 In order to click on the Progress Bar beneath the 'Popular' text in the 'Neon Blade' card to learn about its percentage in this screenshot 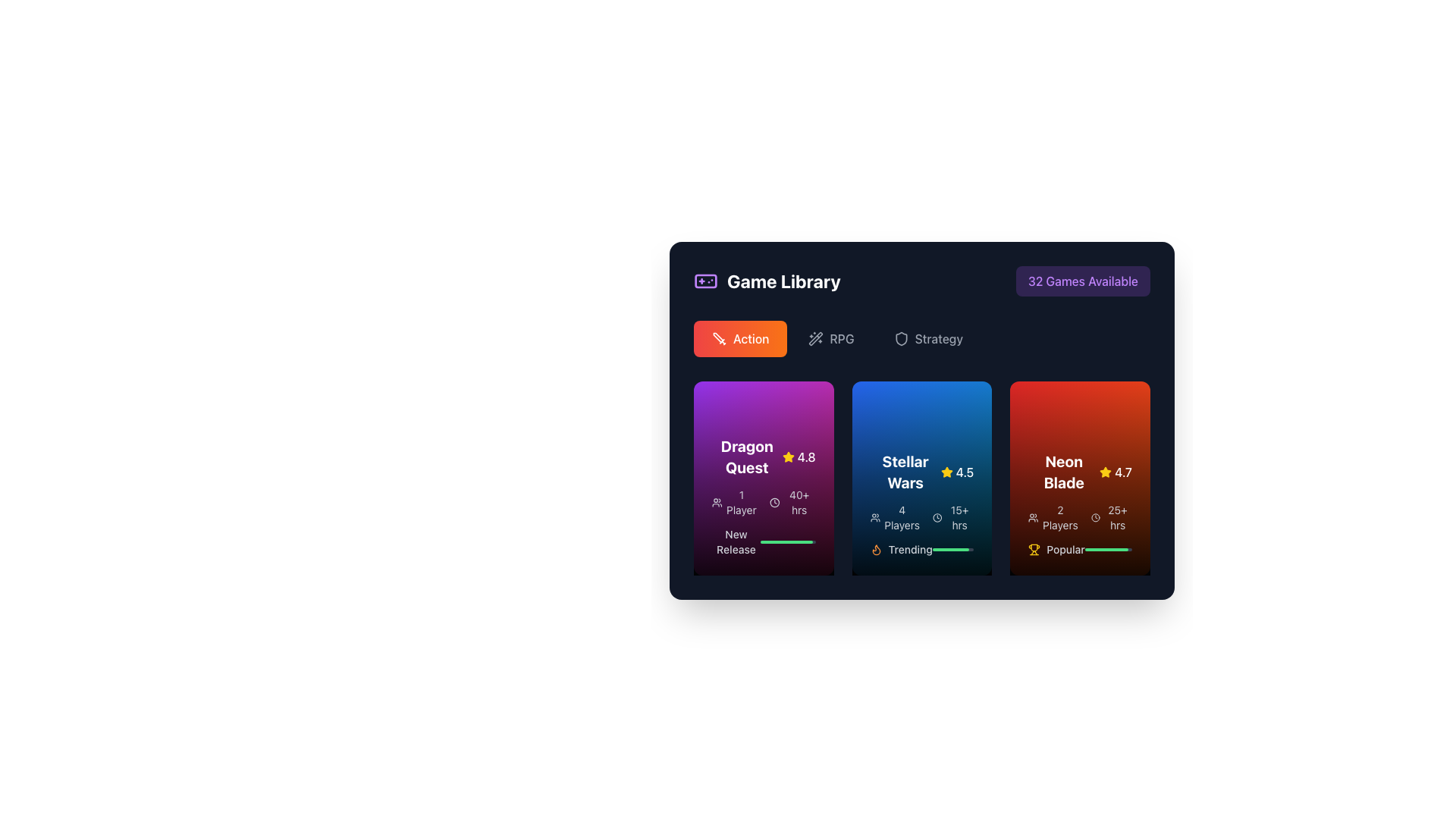, I will do `click(1108, 550)`.